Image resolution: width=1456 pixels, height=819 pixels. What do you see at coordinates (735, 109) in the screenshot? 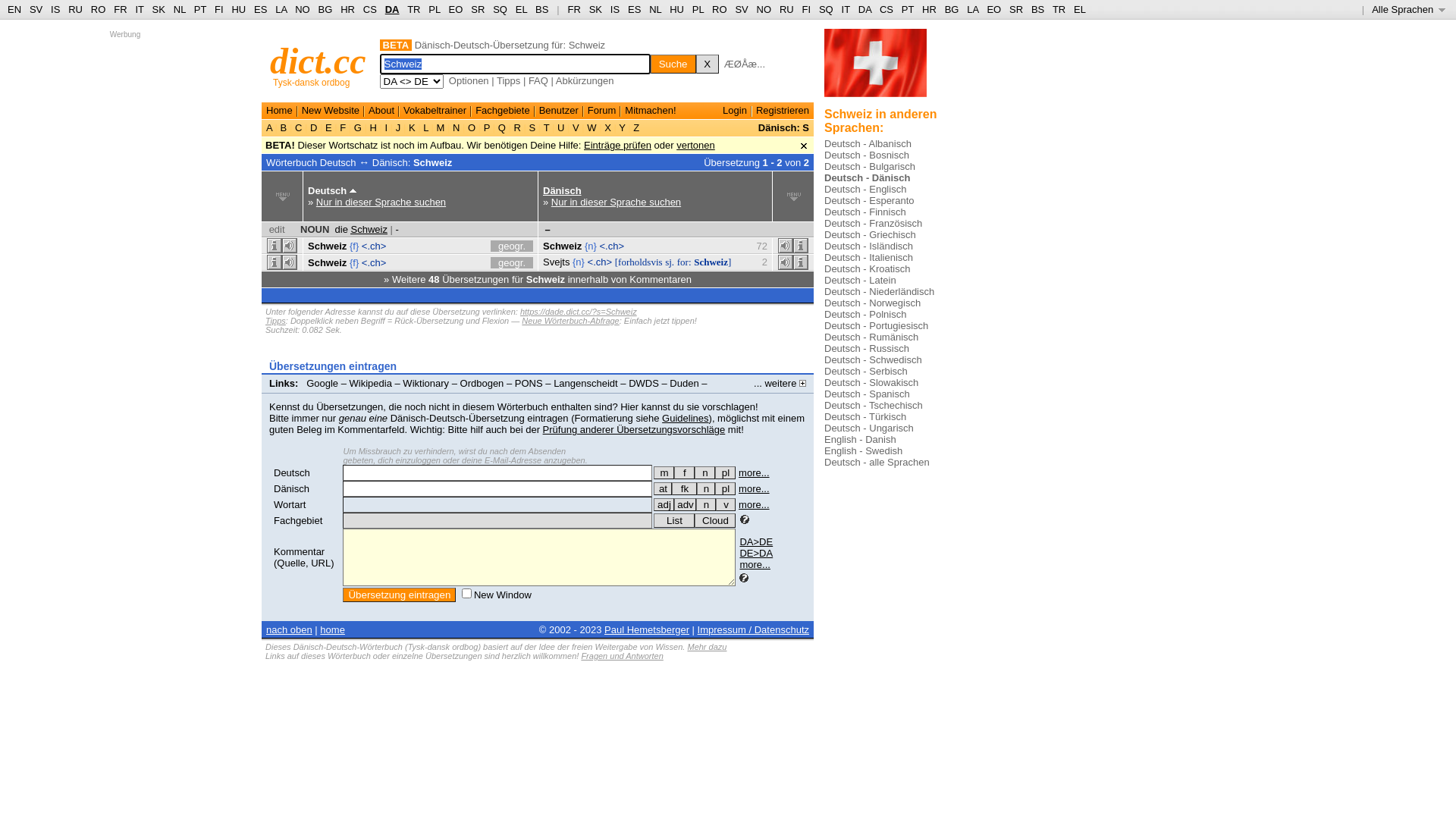
I see `'Login'` at bounding box center [735, 109].